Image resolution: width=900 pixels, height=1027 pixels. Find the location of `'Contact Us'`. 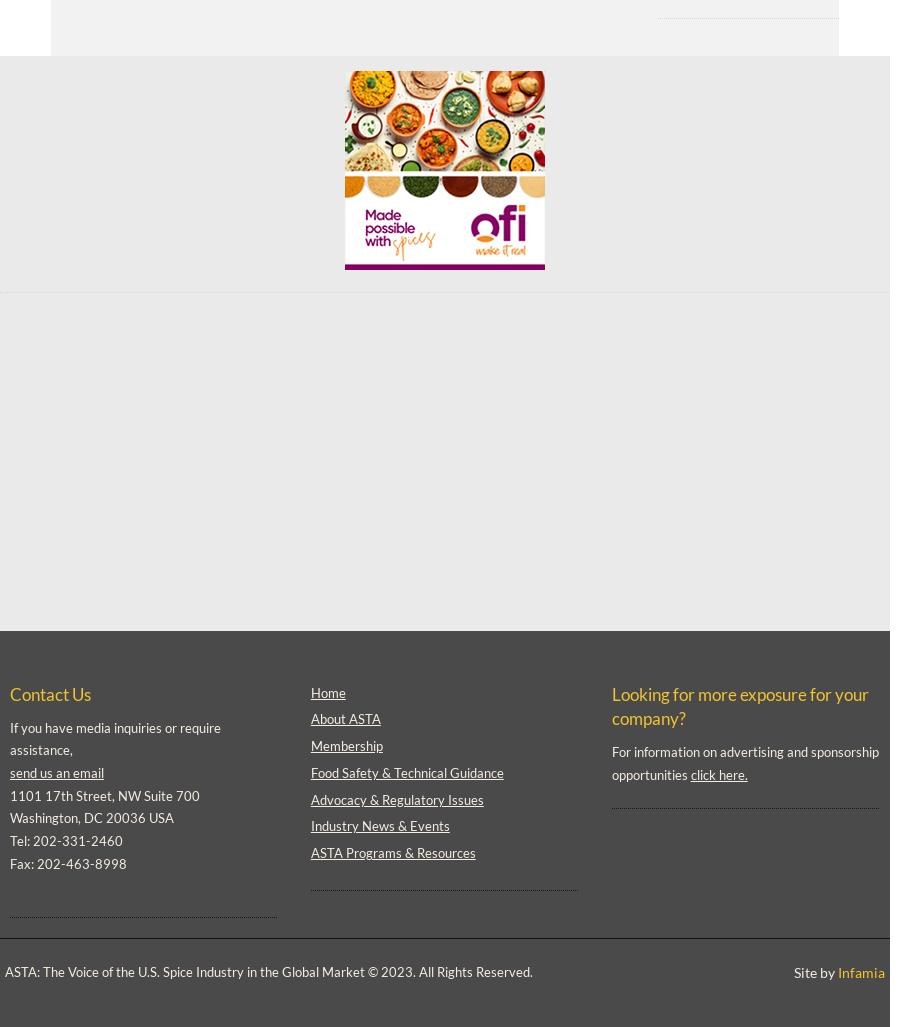

'Contact Us' is located at coordinates (49, 693).